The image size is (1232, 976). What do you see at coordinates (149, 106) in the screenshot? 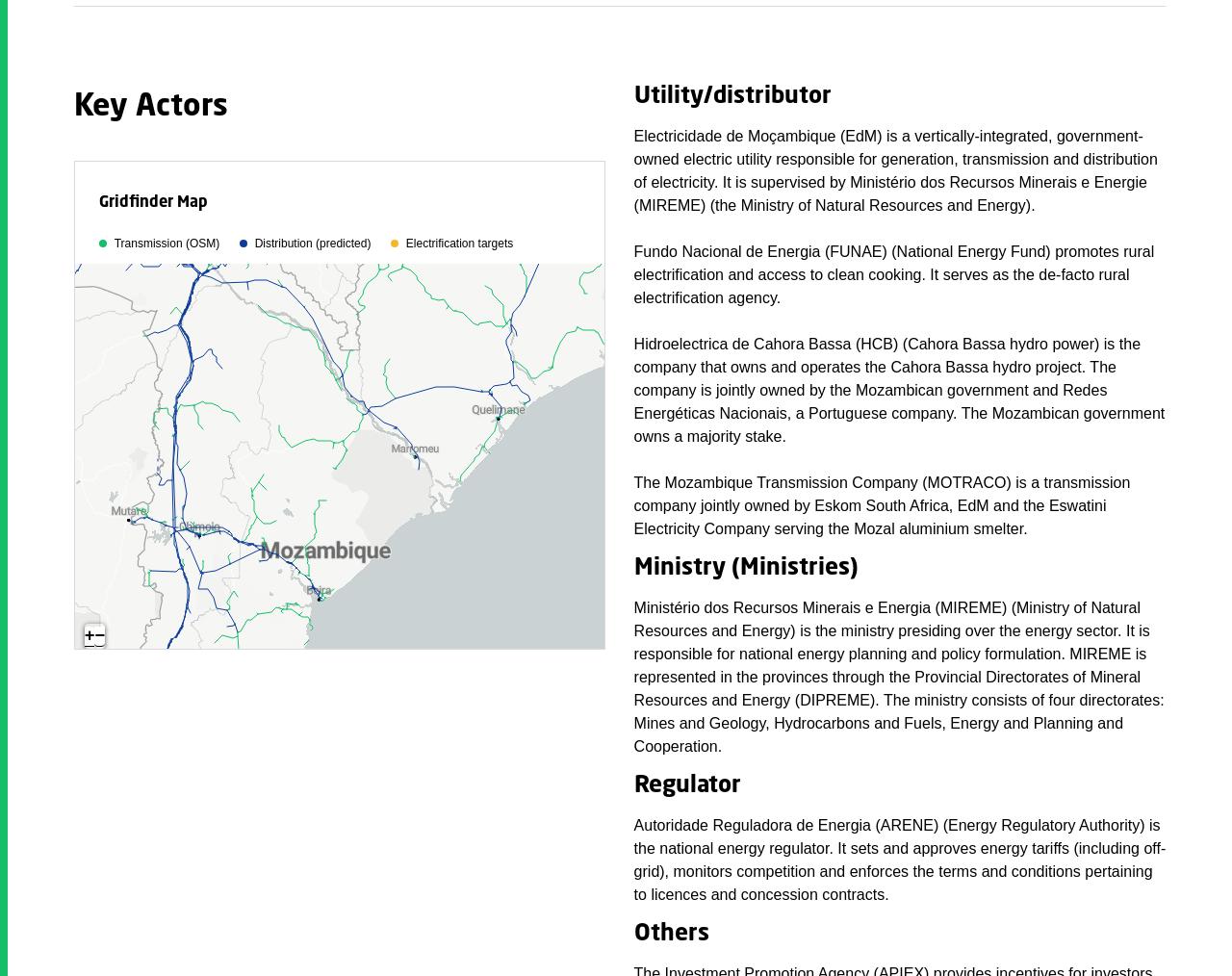
I see `'Key Actors'` at bounding box center [149, 106].